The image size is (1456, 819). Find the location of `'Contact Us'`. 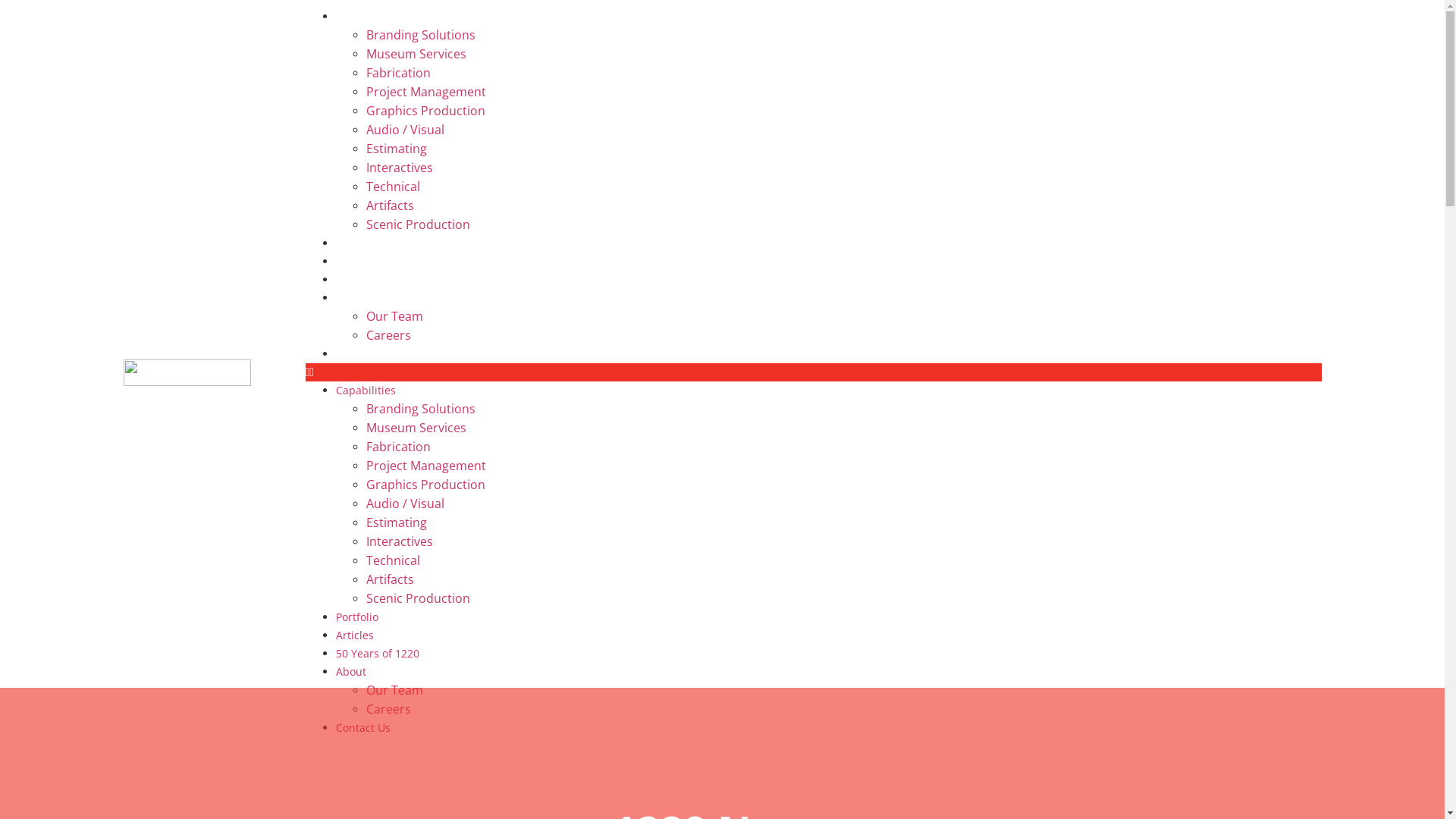

'Contact Us' is located at coordinates (362, 353).